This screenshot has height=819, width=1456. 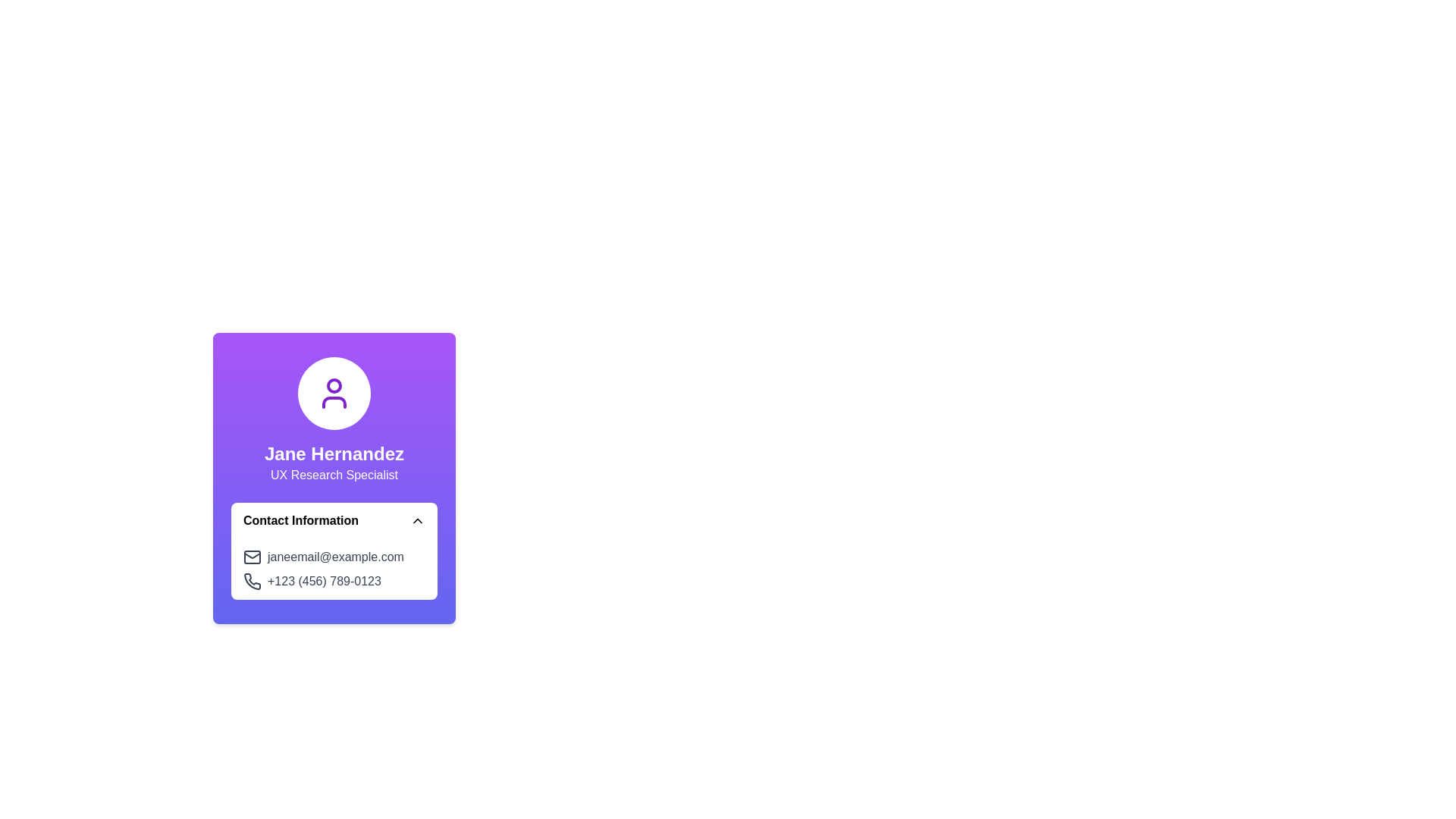 What do you see at coordinates (334, 557) in the screenshot?
I see `the email address in the Contact Information section, which is the top entry displaying a stylized envelope icon and the email text` at bounding box center [334, 557].